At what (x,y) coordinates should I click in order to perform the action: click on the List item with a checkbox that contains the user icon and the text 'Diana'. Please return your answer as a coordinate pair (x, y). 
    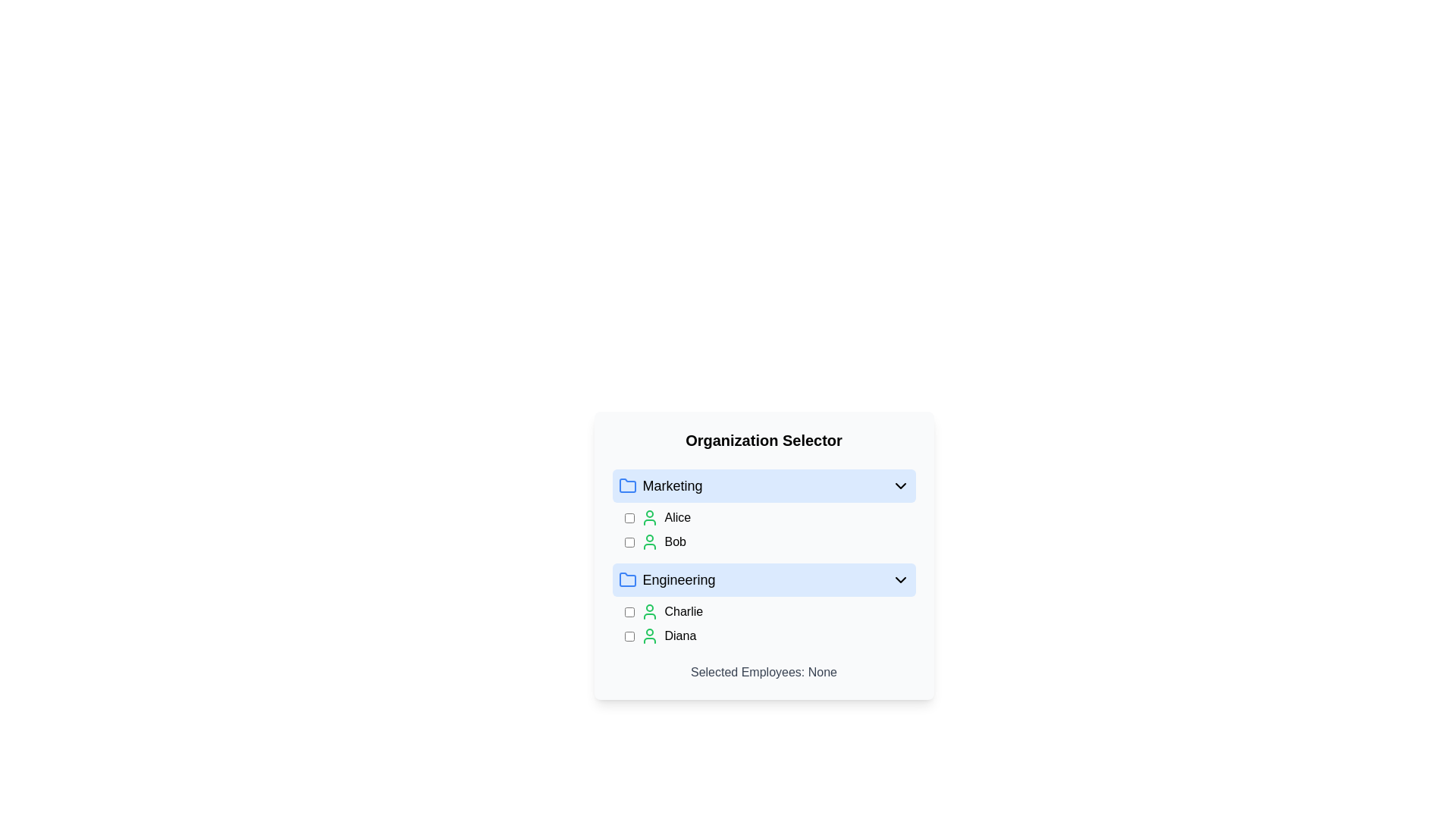
    Looking at the image, I should click on (770, 636).